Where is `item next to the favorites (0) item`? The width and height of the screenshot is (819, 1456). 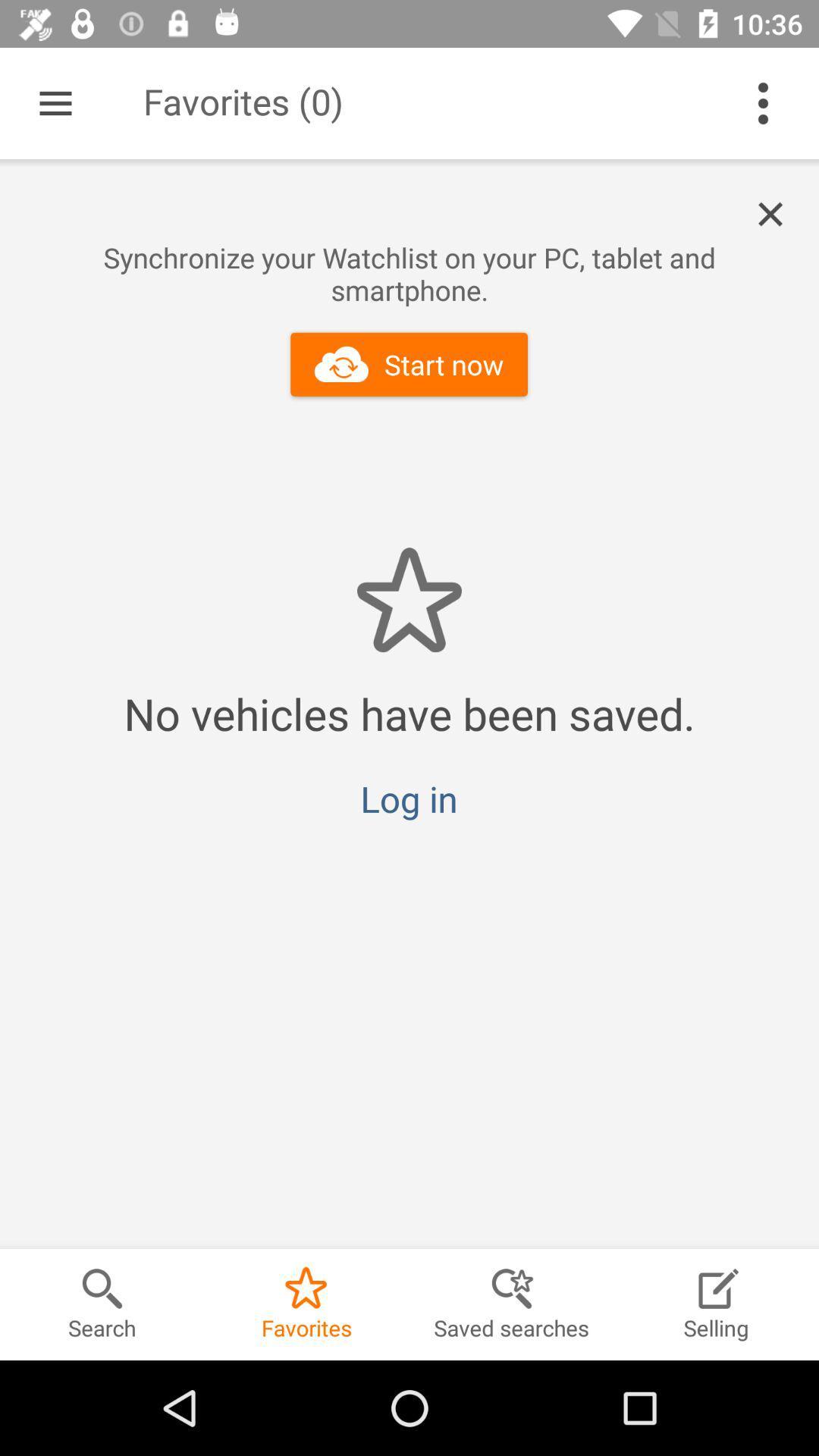
item next to the favorites (0) item is located at coordinates (763, 102).